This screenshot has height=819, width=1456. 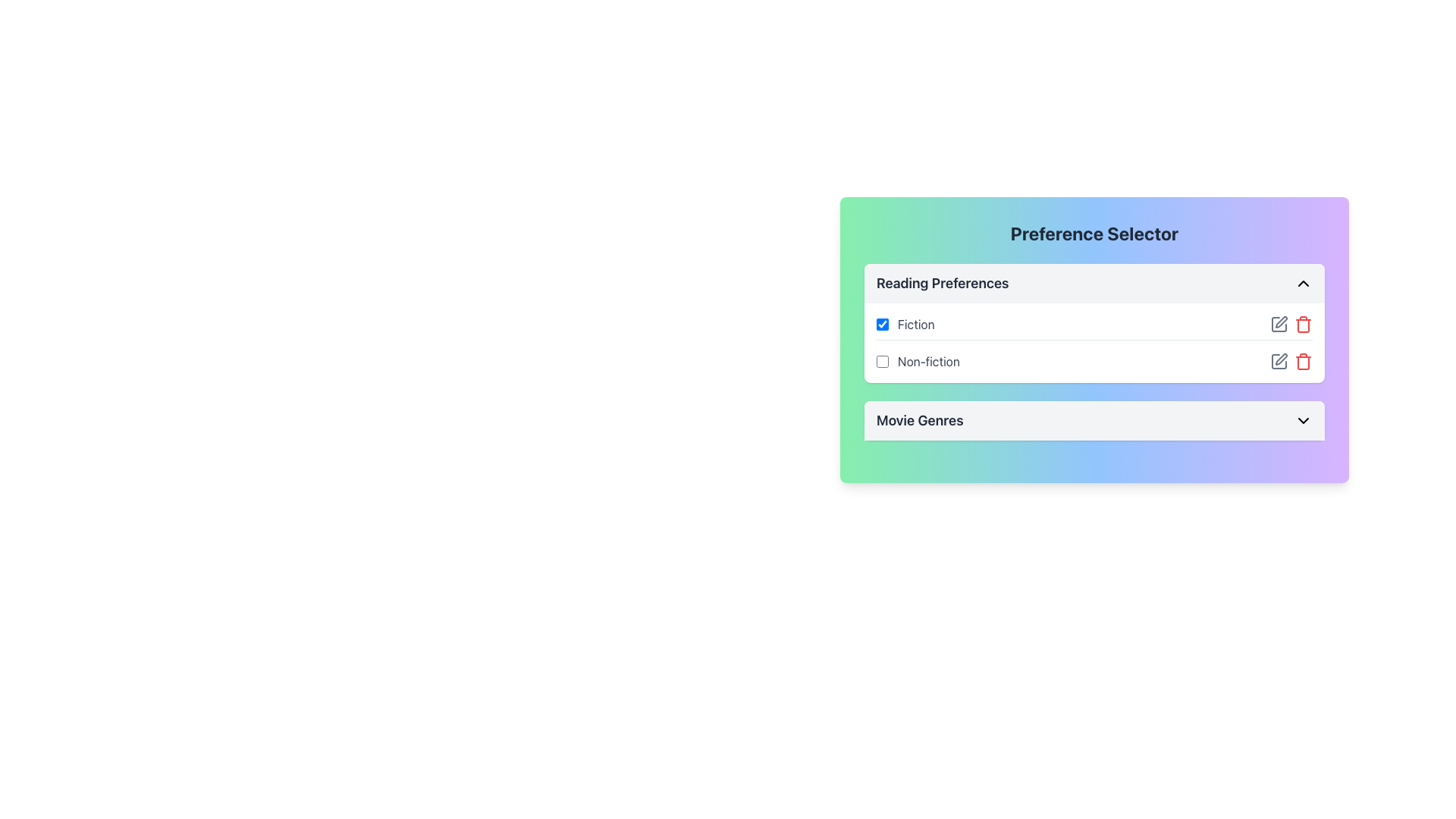 What do you see at coordinates (919, 421) in the screenshot?
I see `text label for the 'Movie Genres' section, which serves as a header for a dropdown menu in the 'Preference Selector' card` at bounding box center [919, 421].